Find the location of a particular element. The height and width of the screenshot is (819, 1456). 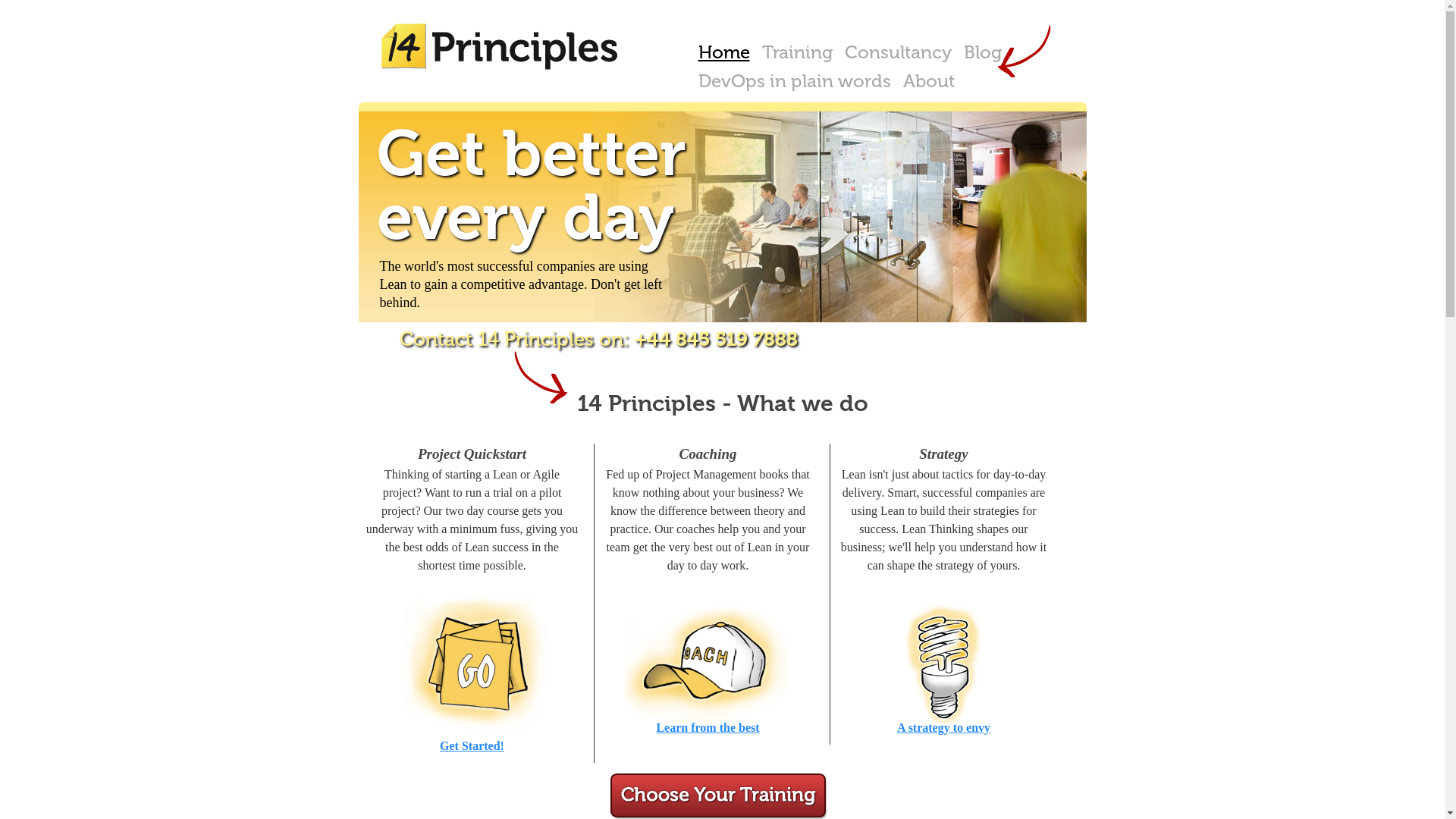

'A strategy to envy' is located at coordinates (943, 726).